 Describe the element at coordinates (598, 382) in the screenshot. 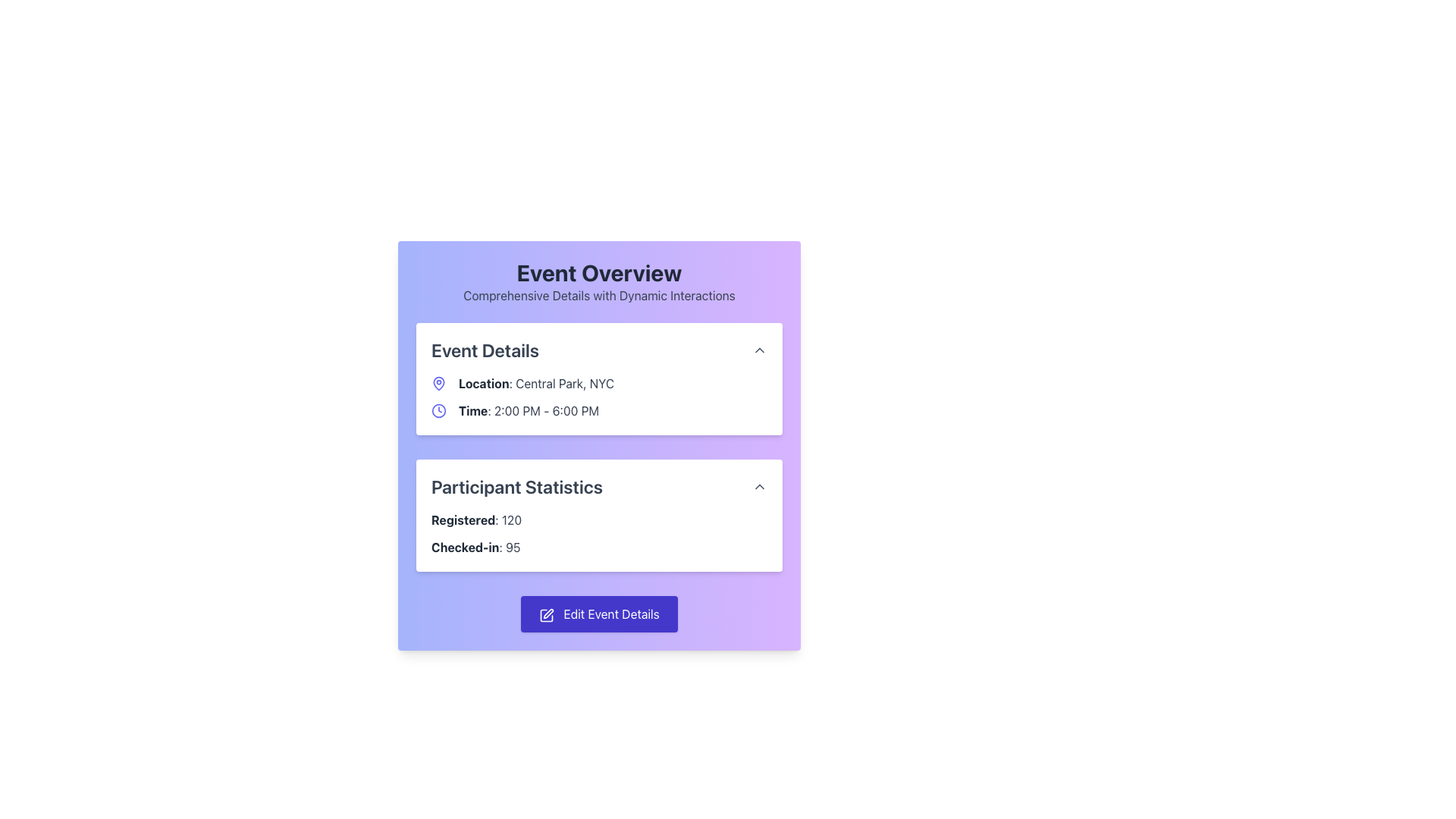

I see `the Text Label with Icon that displays 'Location: Central Park, NYC' in light gray font with a bolded 'Location' label, located in the 'Event Details' section above the 'Time' detail` at that location.